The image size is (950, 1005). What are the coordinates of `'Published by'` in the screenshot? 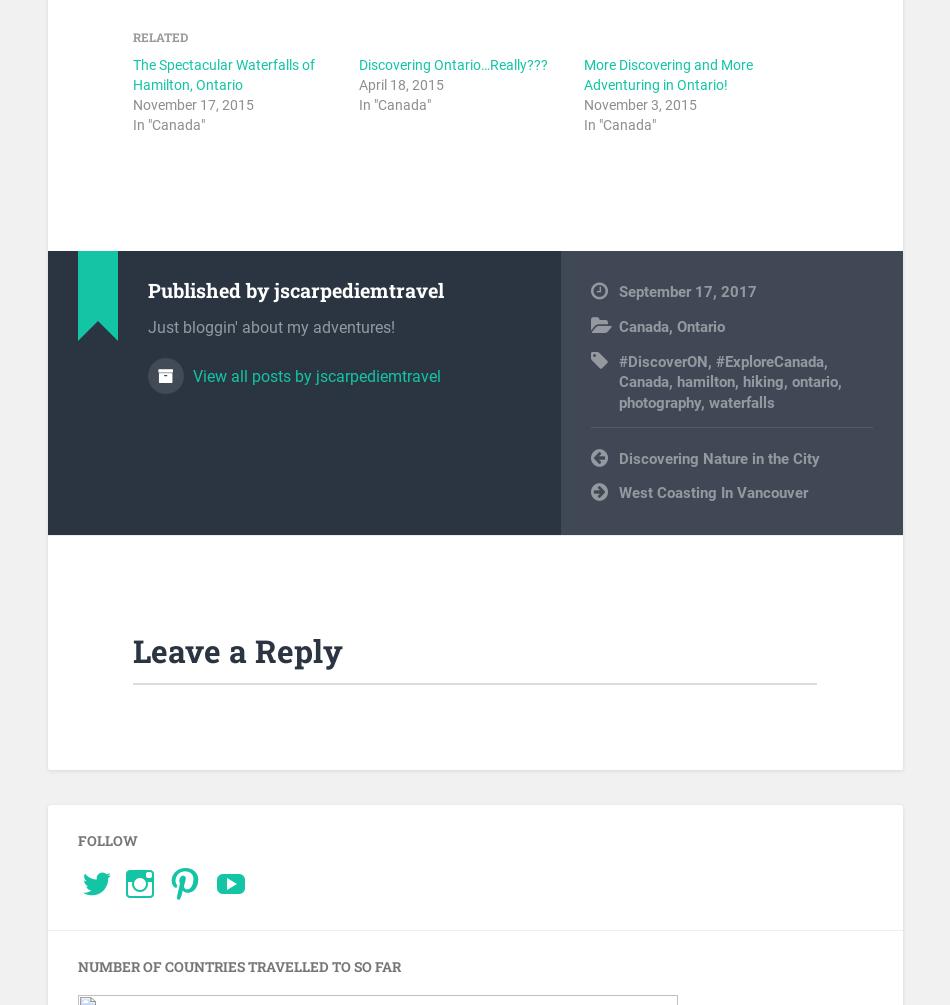 It's located at (210, 289).